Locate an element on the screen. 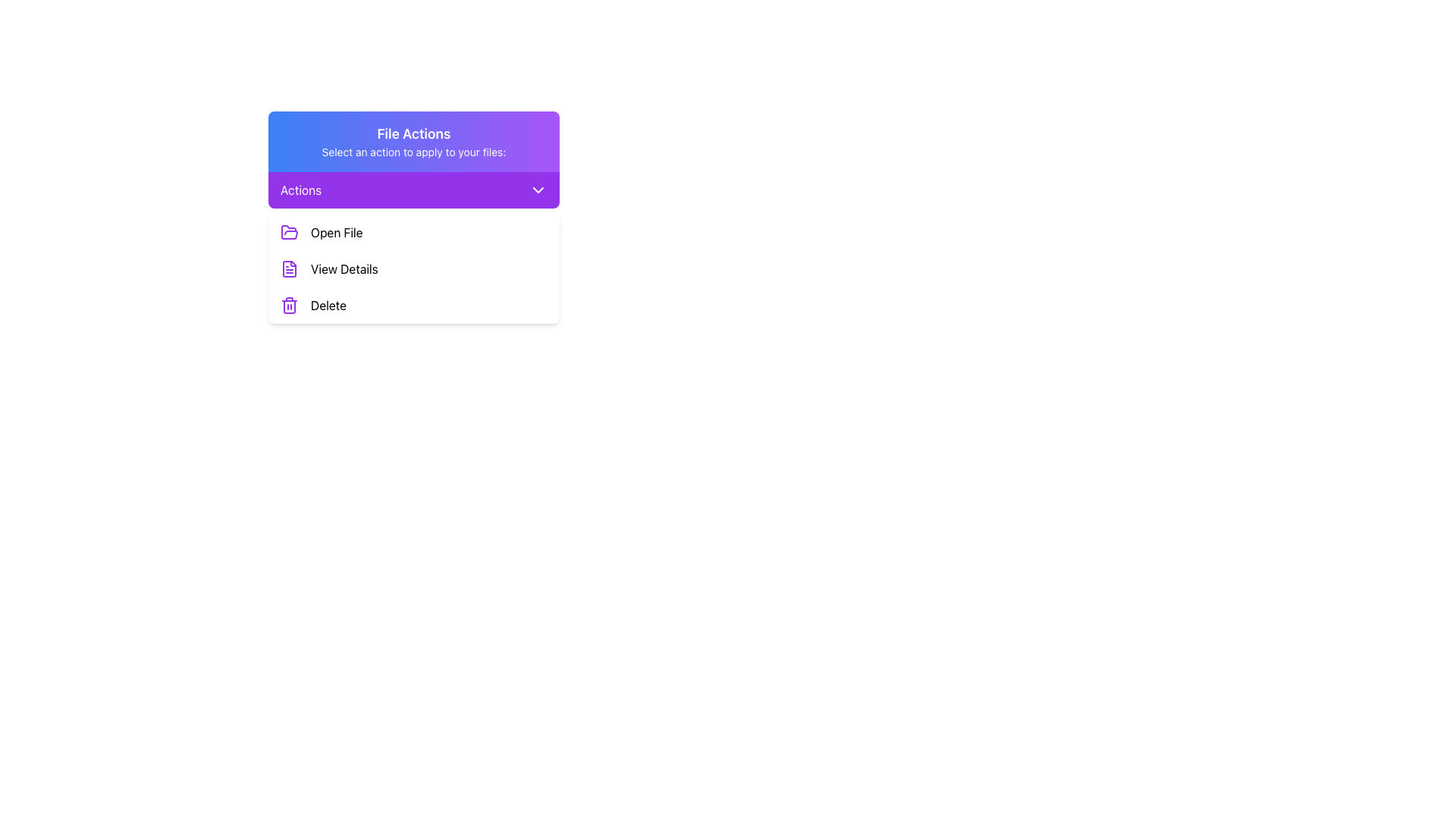  the text label 'Open File' is located at coordinates (336, 233).